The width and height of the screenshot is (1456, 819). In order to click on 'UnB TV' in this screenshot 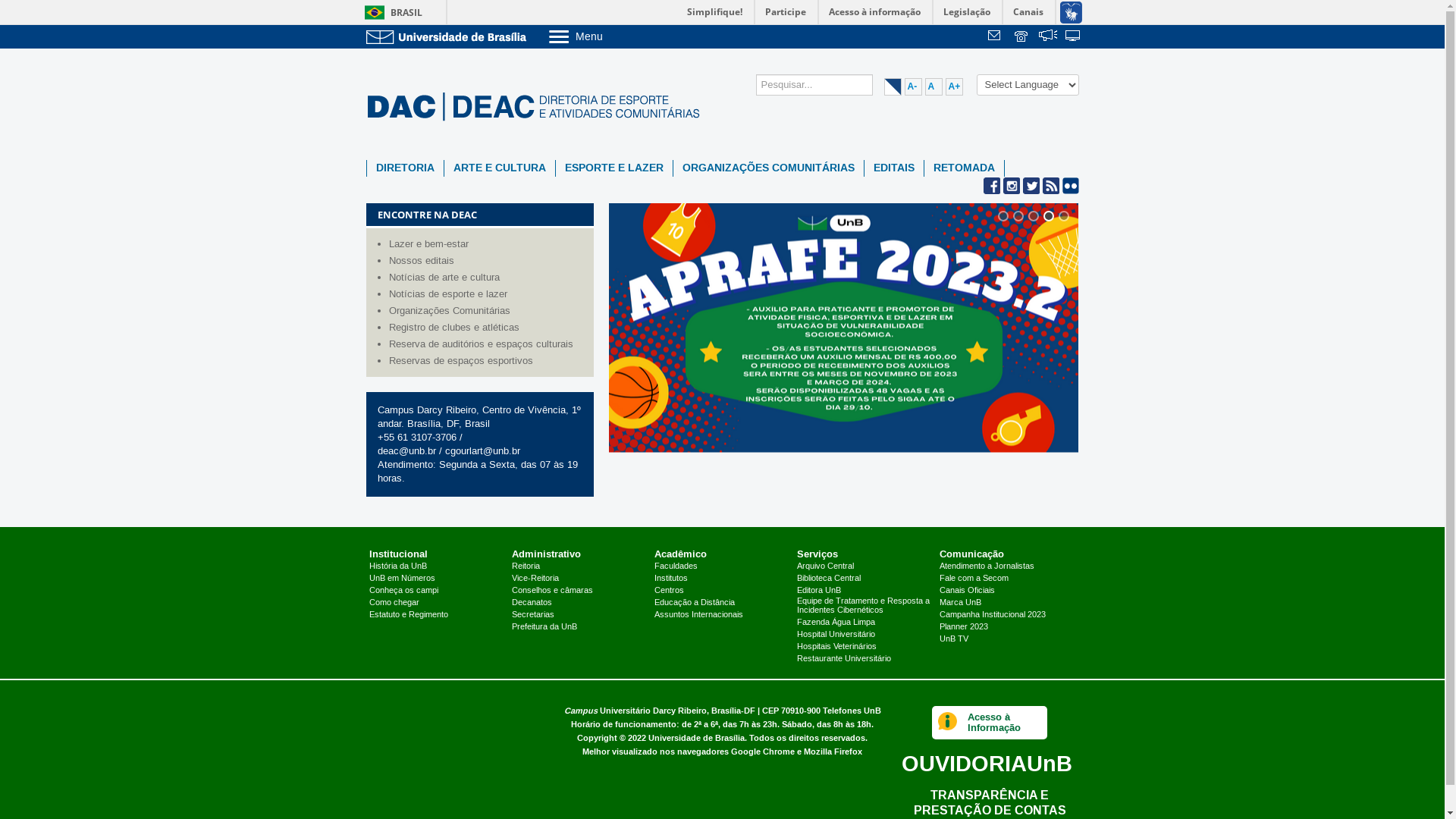, I will do `click(938, 639)`.